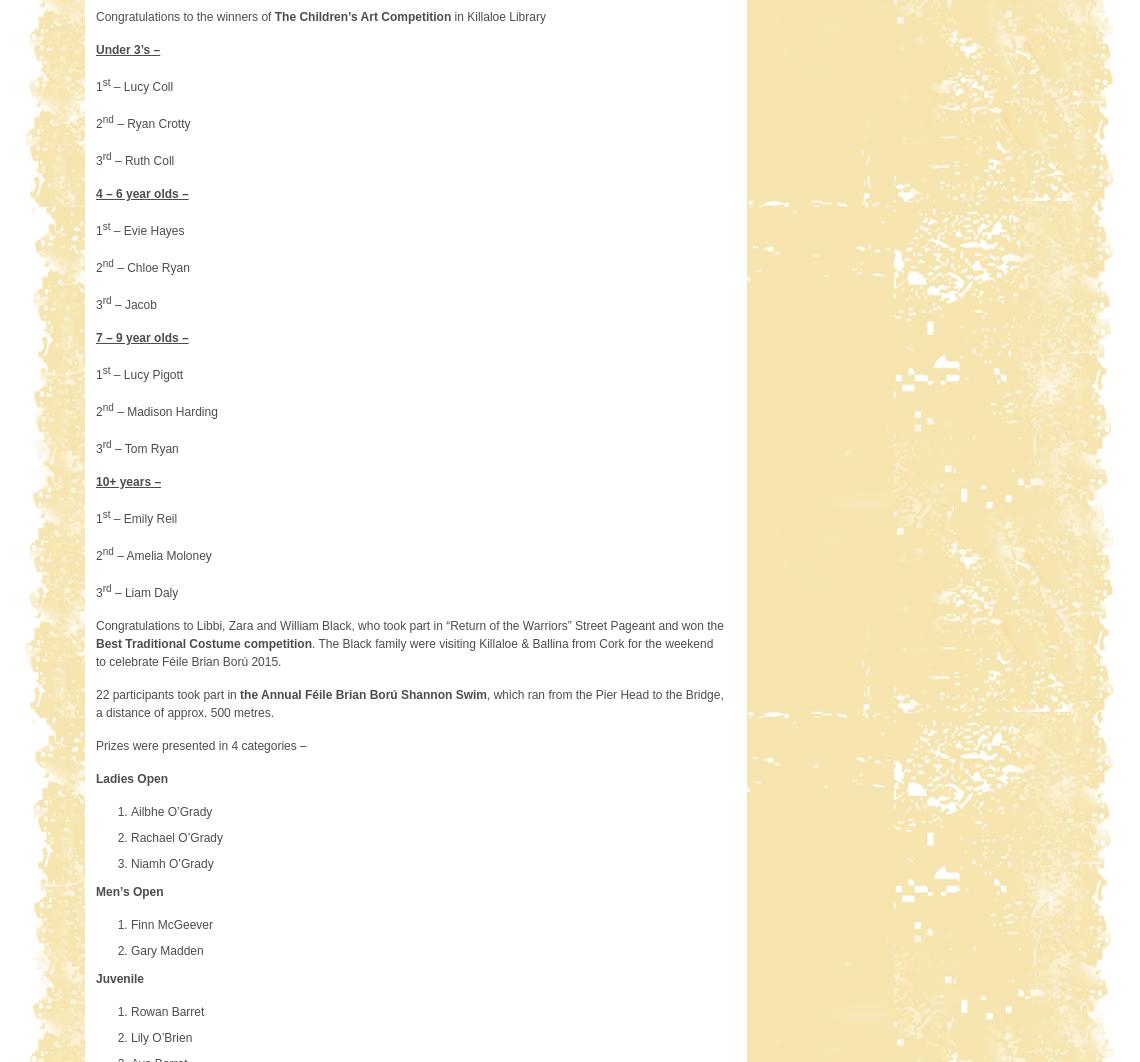 The height and width of the screenshot is (1062, 1140). I want to click on 'Rowan Barret', so click(167, 1010).